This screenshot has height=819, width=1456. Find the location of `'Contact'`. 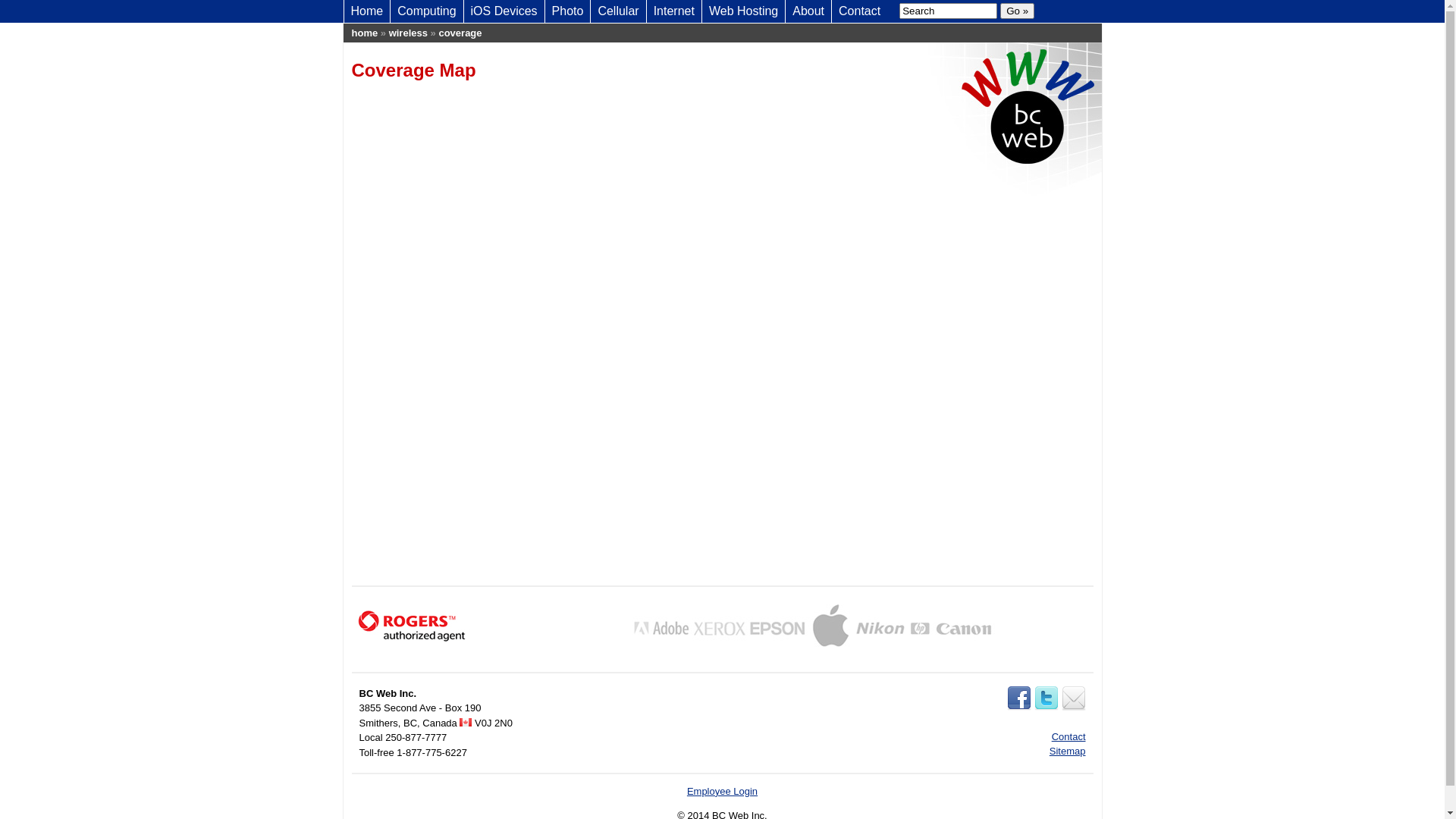

'Contact' is located at coordinates (1051, 736).